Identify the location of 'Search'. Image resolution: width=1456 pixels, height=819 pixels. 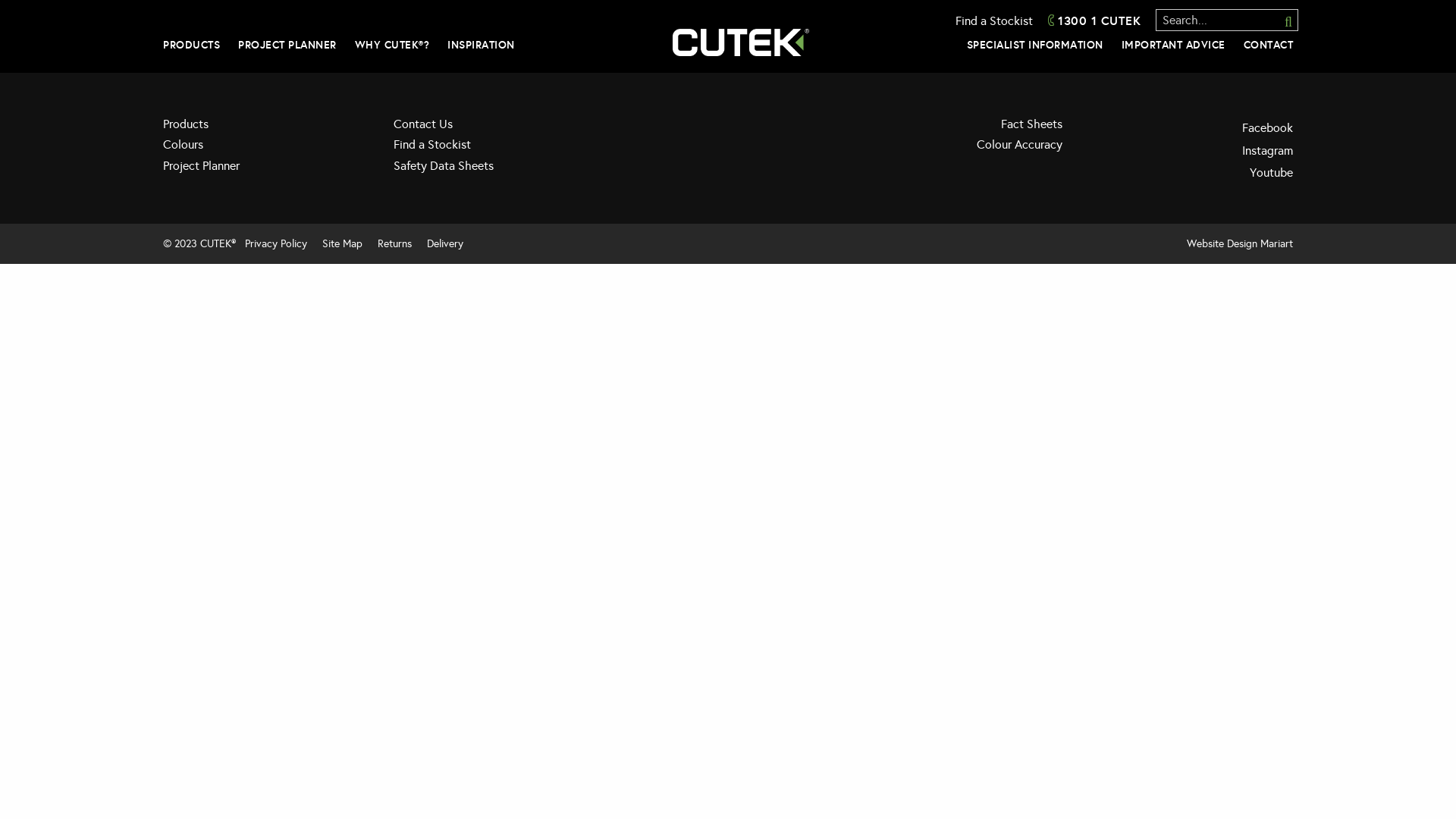
(1280, 20).